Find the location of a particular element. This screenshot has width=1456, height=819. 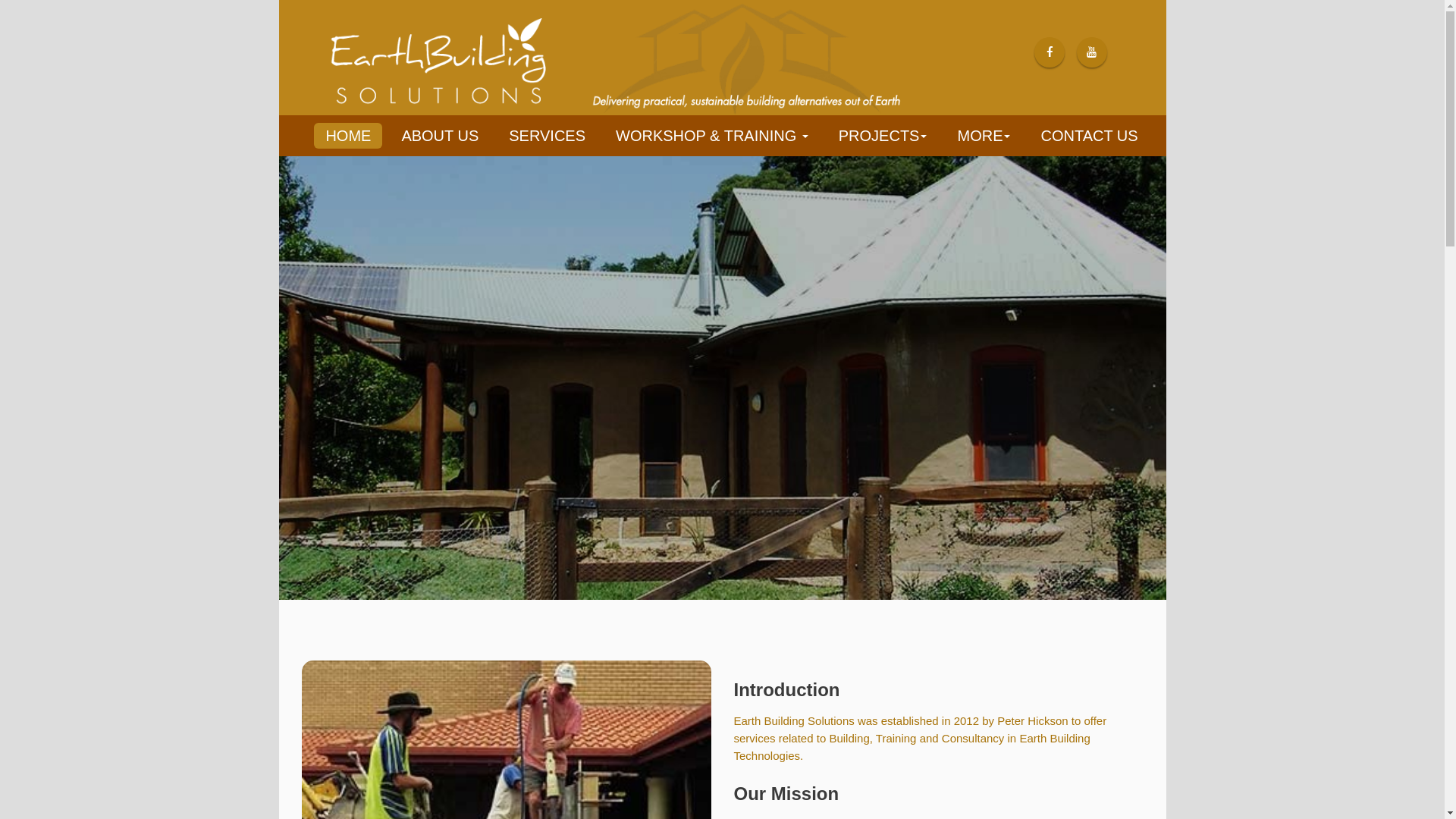

'PROJECTS' is located at coordinates (828, 134).